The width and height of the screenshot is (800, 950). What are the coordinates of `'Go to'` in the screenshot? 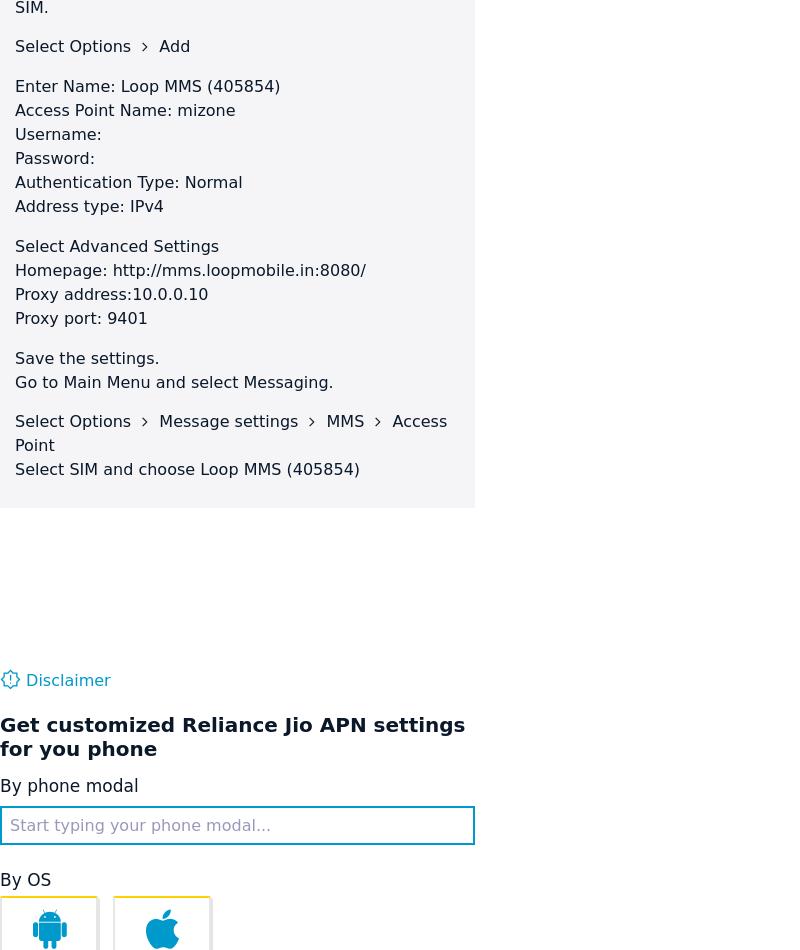 It's located at (38, 381).